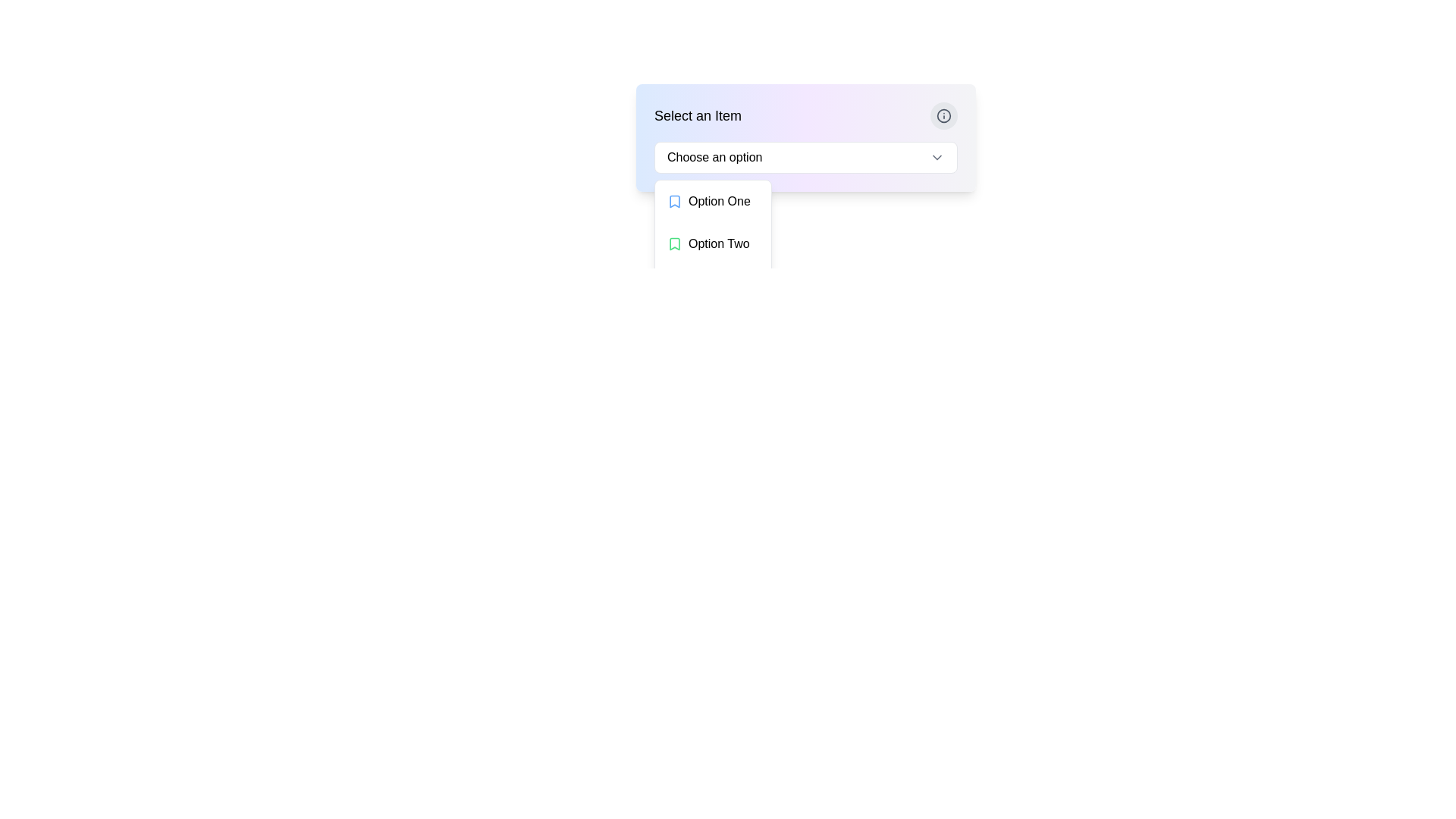 This screenshot has width=1456, height=819. What do you see at coordinates (712, 201) in the screenshot?
I see `the first selectable option 'Option One' in the dropdown menu located below the input field labeled 'Choose an option'` at bounding box center [712, 201].